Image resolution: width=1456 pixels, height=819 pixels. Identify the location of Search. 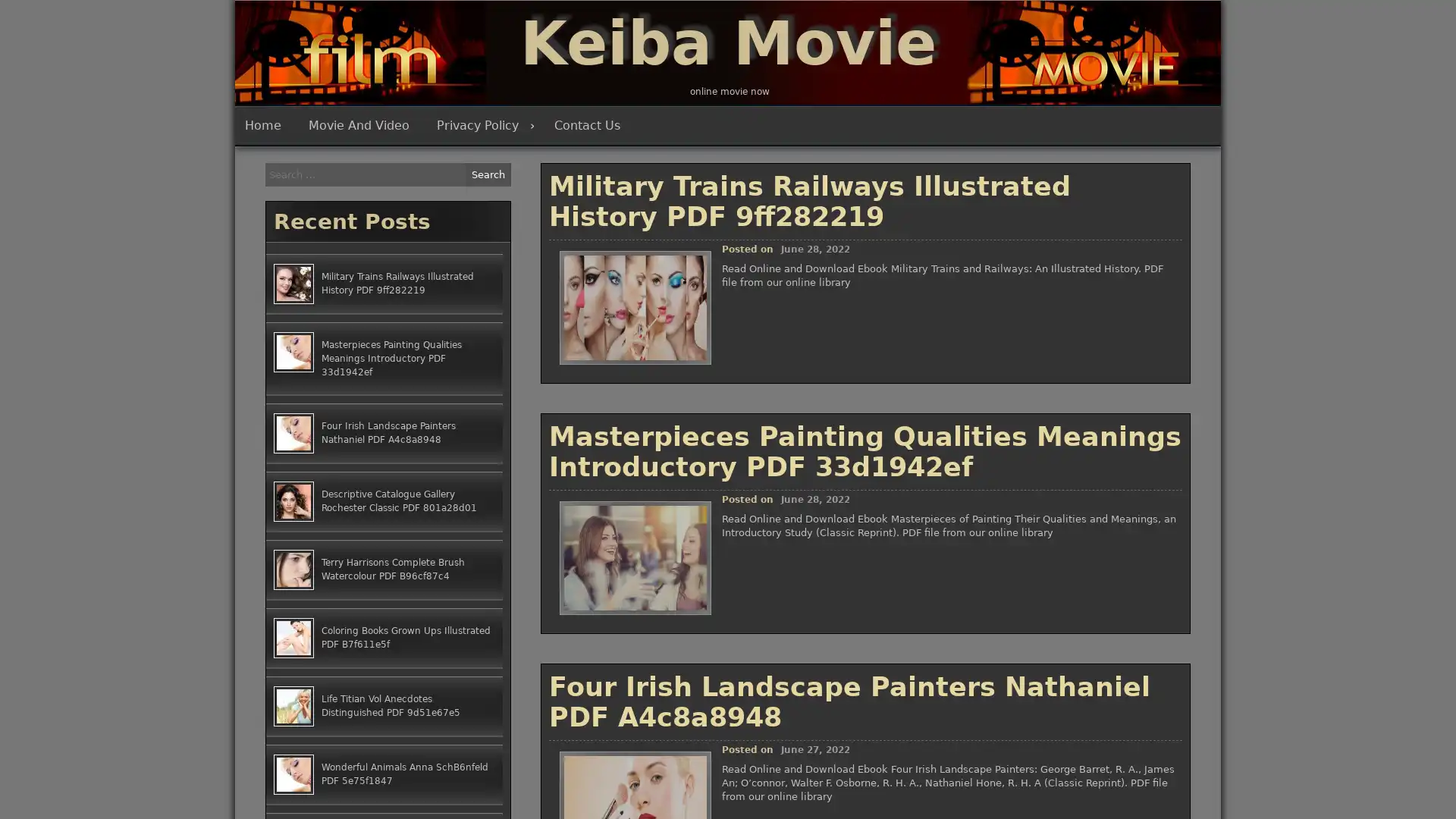
(488, 174).